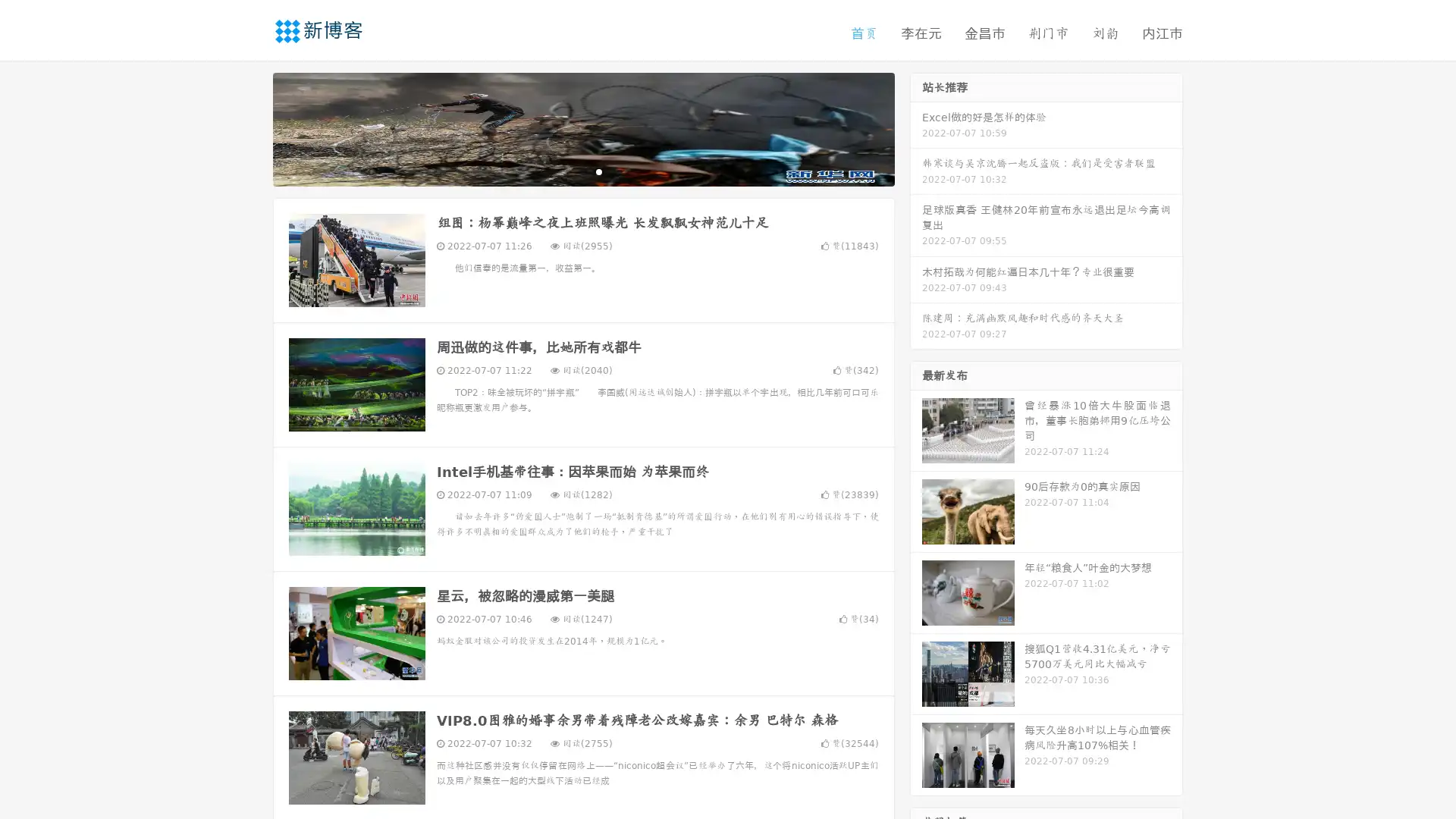 The width and height of the screenshot is (1456, 819). What do you see at coordinates (250, 127) in the screenshot?
I see `Previous slide` at bounding box center [250, 127].